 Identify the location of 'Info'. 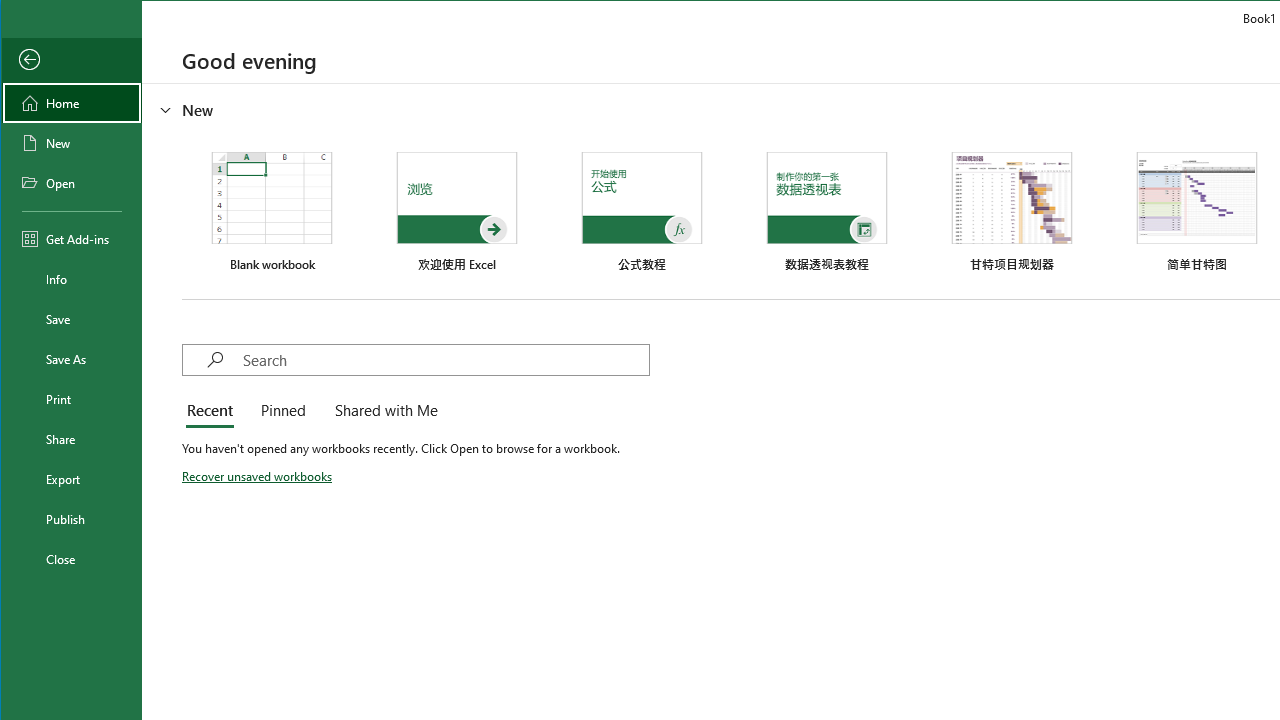
(72, 279).